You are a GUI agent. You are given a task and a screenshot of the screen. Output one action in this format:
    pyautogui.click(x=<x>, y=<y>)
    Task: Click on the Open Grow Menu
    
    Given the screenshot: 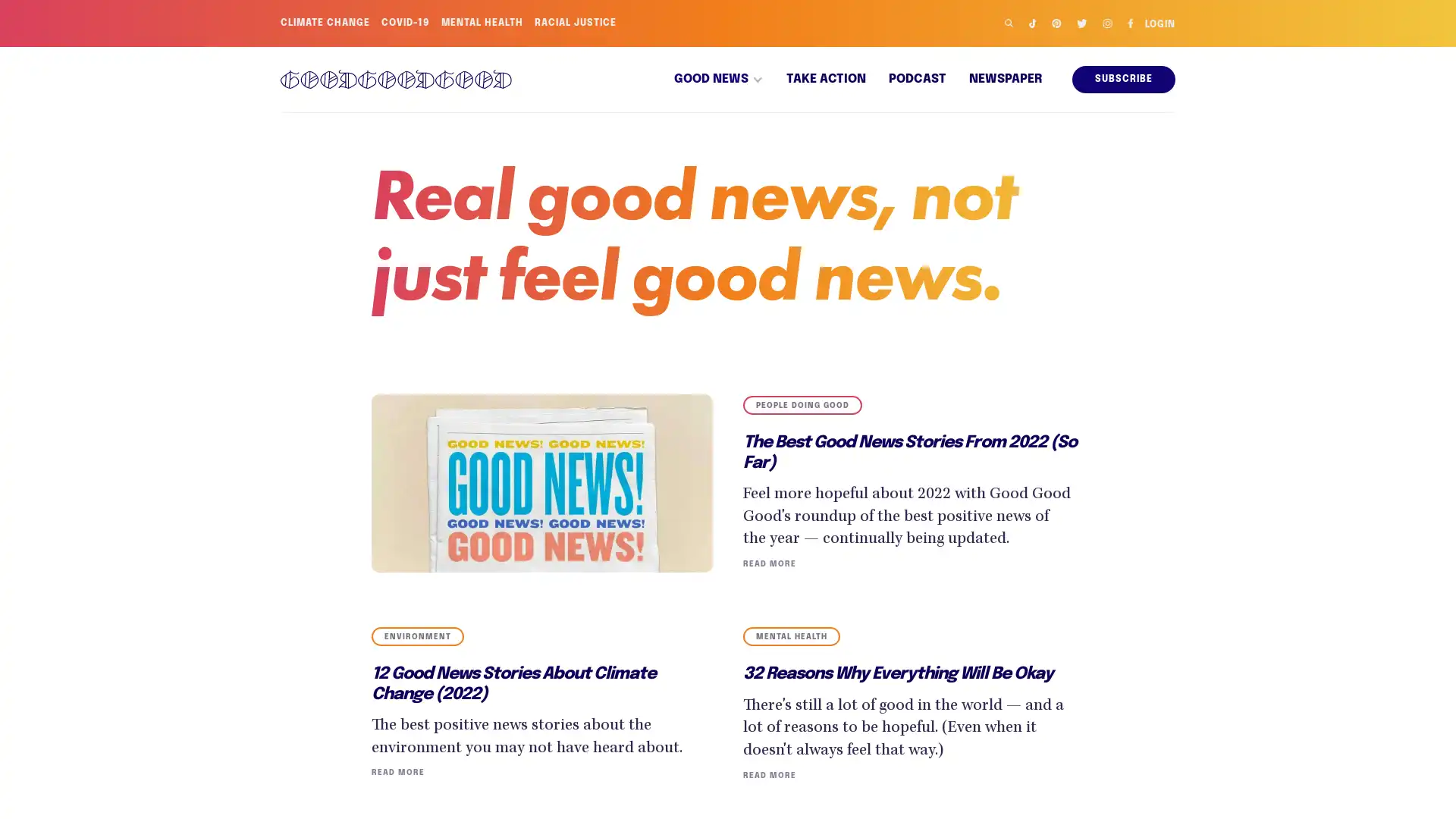 What is the action you would take?
    pyautogui.click(x=1425, y=788)
    